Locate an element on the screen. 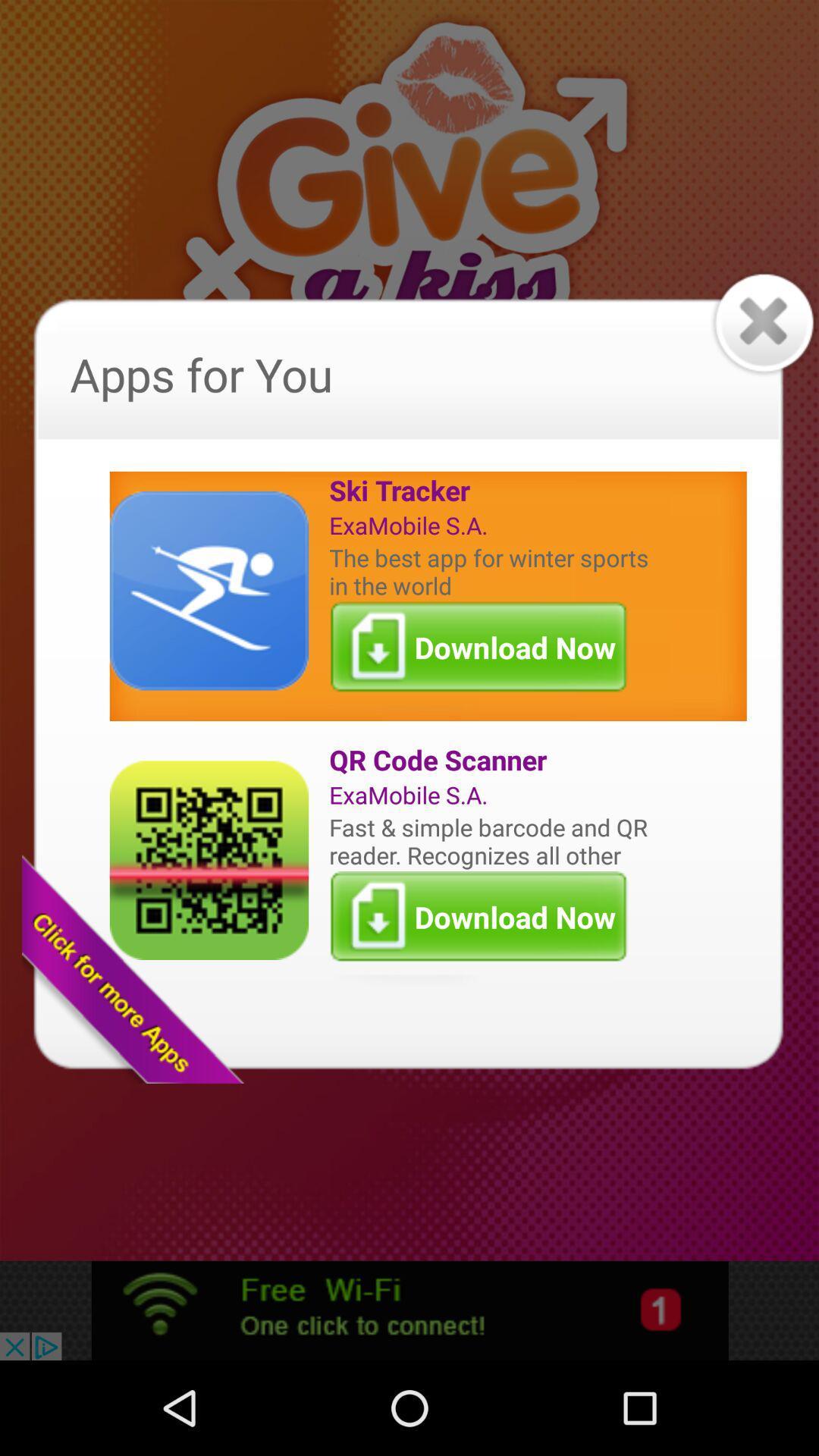 Image resolution: width=819 pixels, height=1456 pixels. the close icon is located at coordinates (762, 346).